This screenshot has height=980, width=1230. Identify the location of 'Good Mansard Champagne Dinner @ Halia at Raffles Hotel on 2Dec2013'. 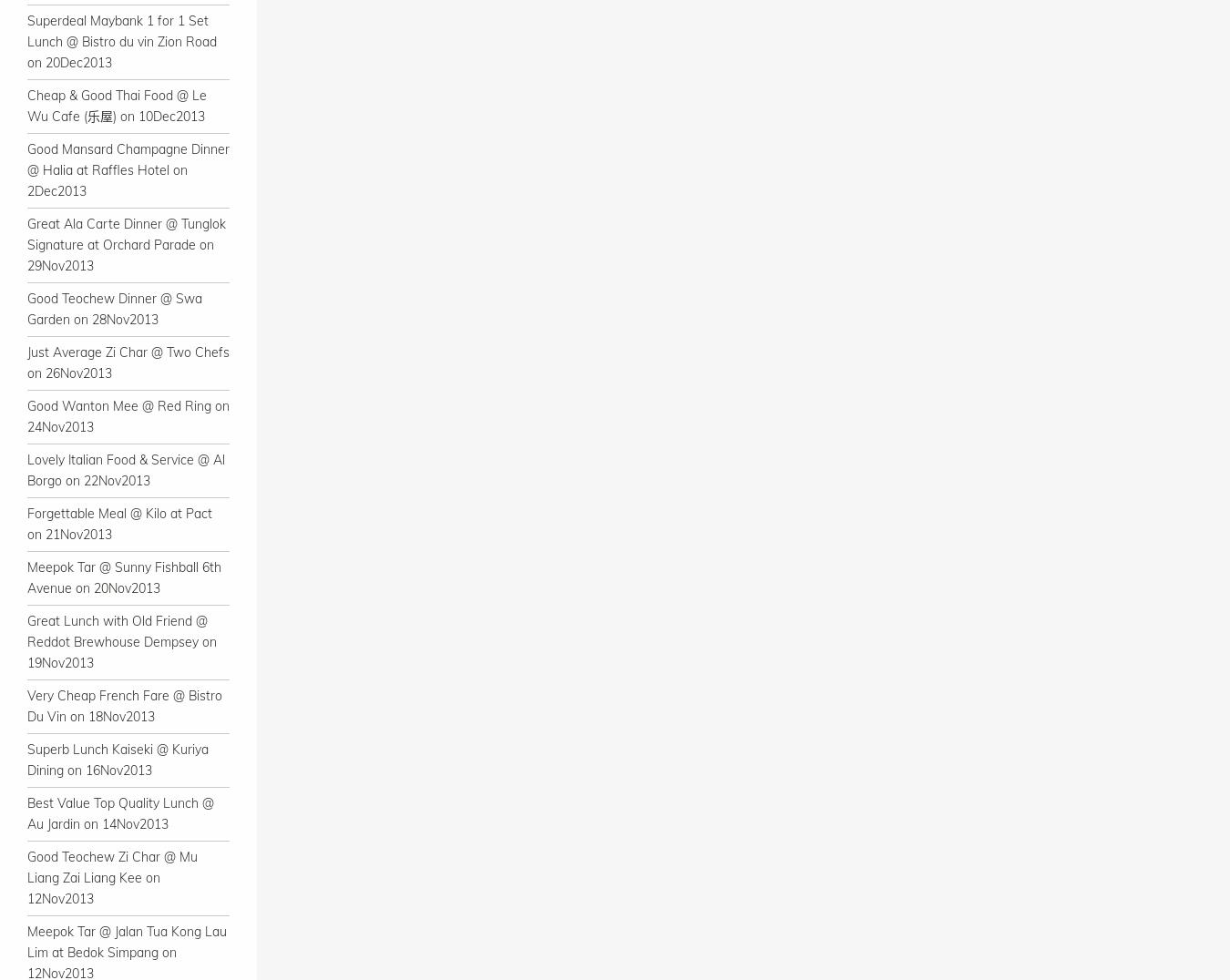
(128, 169).